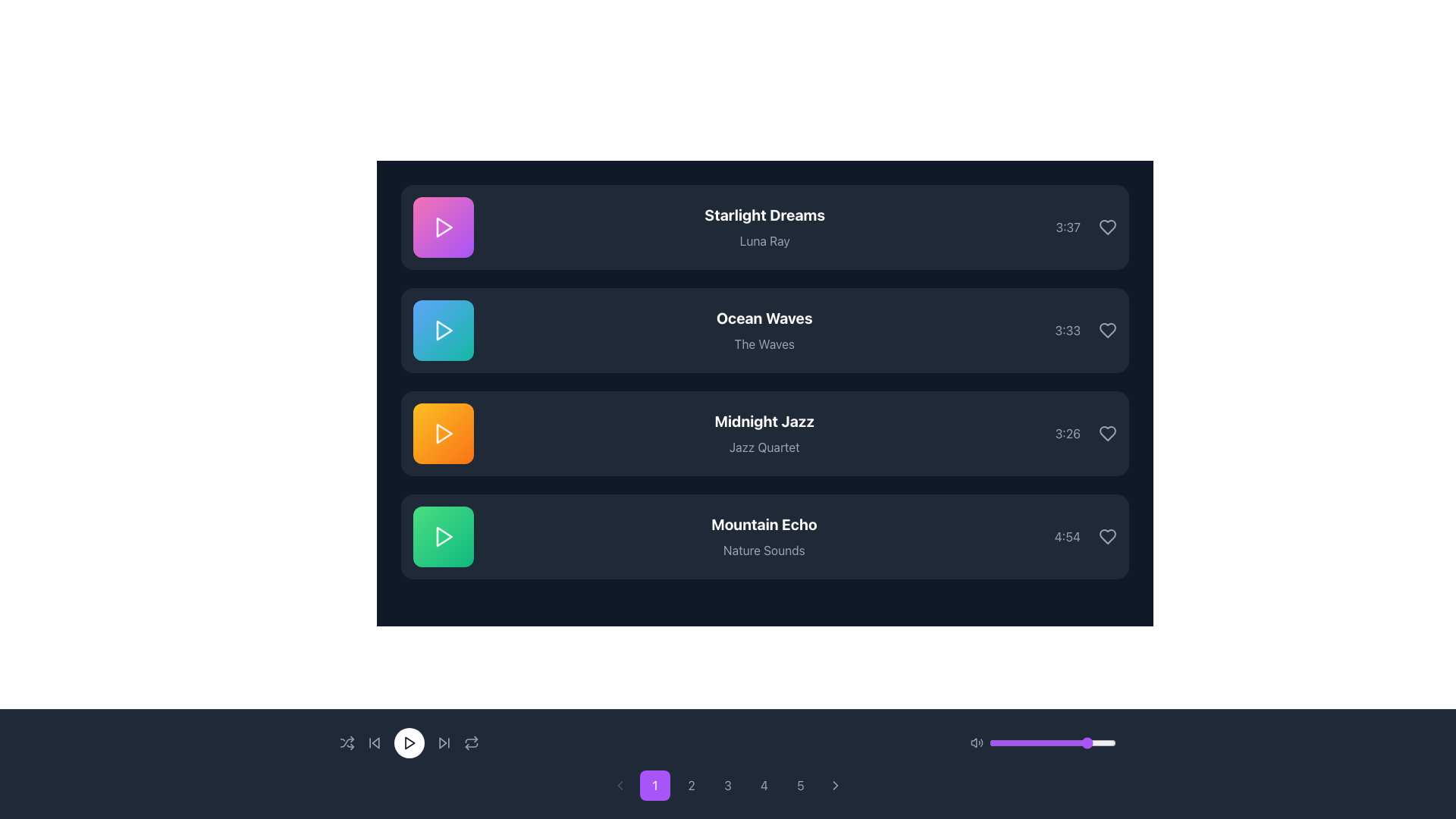 This screenshot has width=1456, height=819. Describe the element at coordinates (1085, 329) in the screenshot. I see `the duration text label for the track 'Ocean Waves', which is located in the second row of music tracks, positioned to the right side of the row adjacent to the heart icon` at that location.